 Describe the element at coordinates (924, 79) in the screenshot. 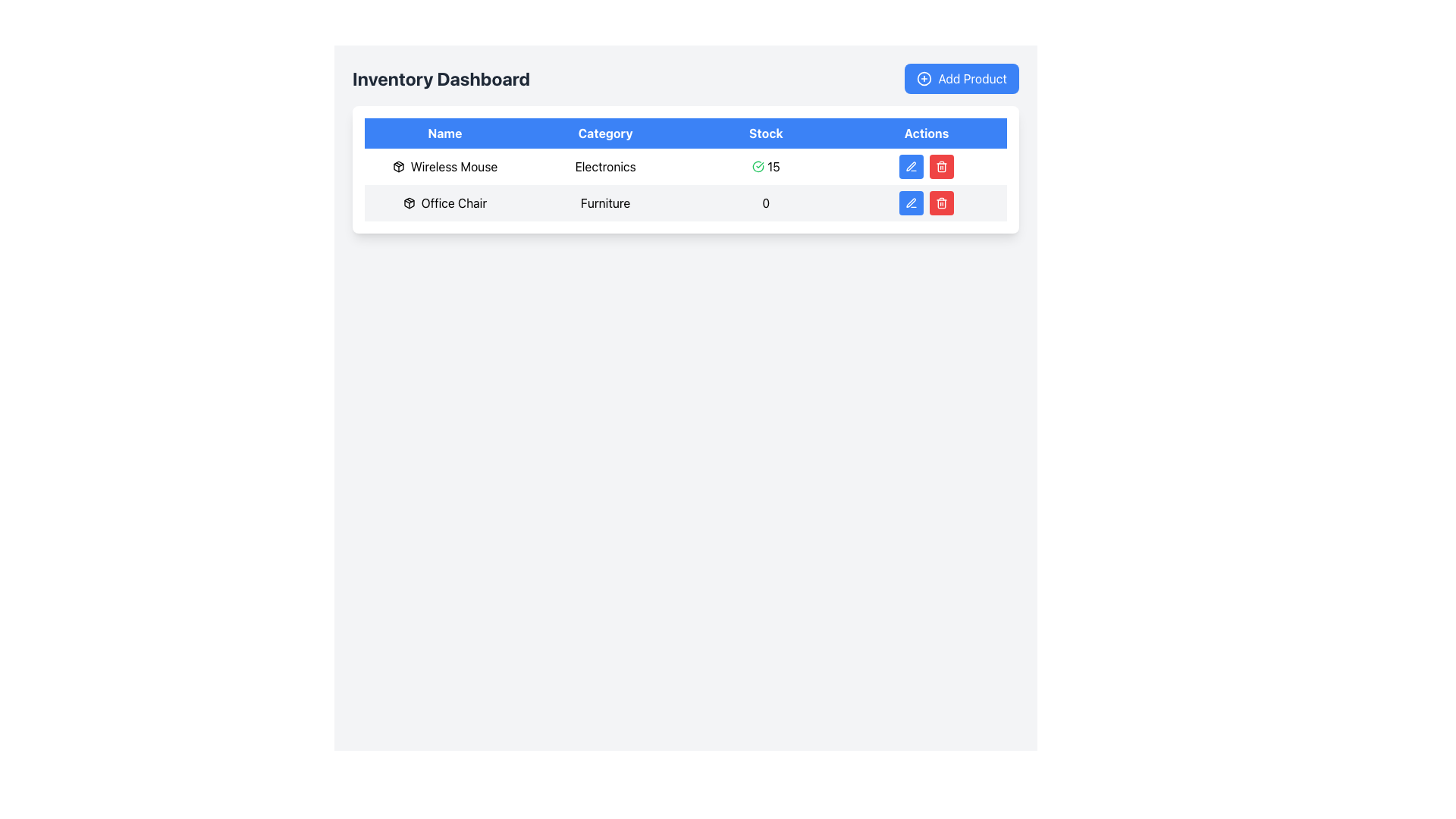

I see `the circular outline of the '+' icon located inside the 'Add Product' button` at that location.